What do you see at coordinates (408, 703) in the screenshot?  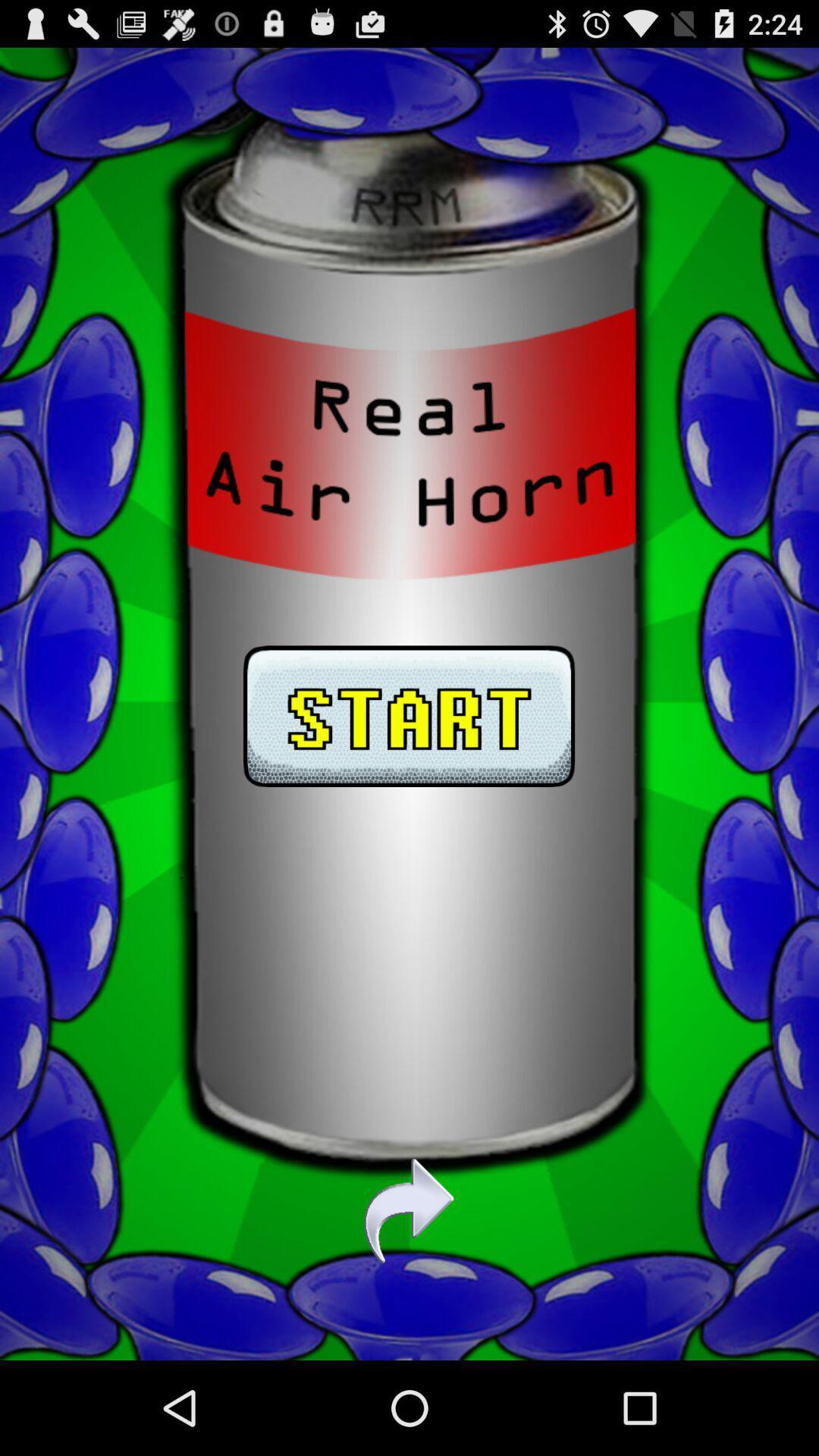 I see `start` at bounding box center [408, 703].